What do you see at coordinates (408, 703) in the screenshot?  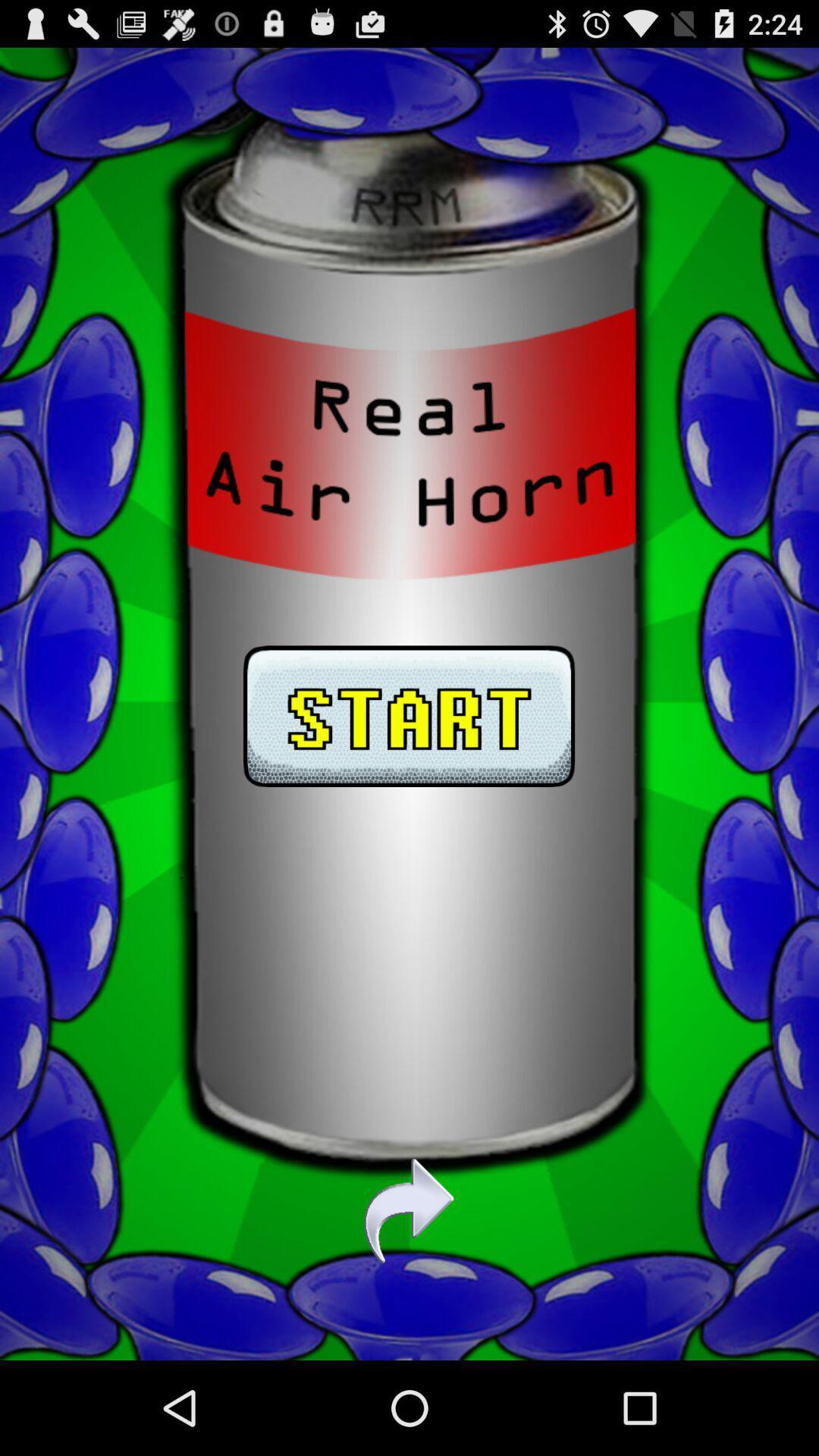 I see `start` at bounding box center [408, 703].